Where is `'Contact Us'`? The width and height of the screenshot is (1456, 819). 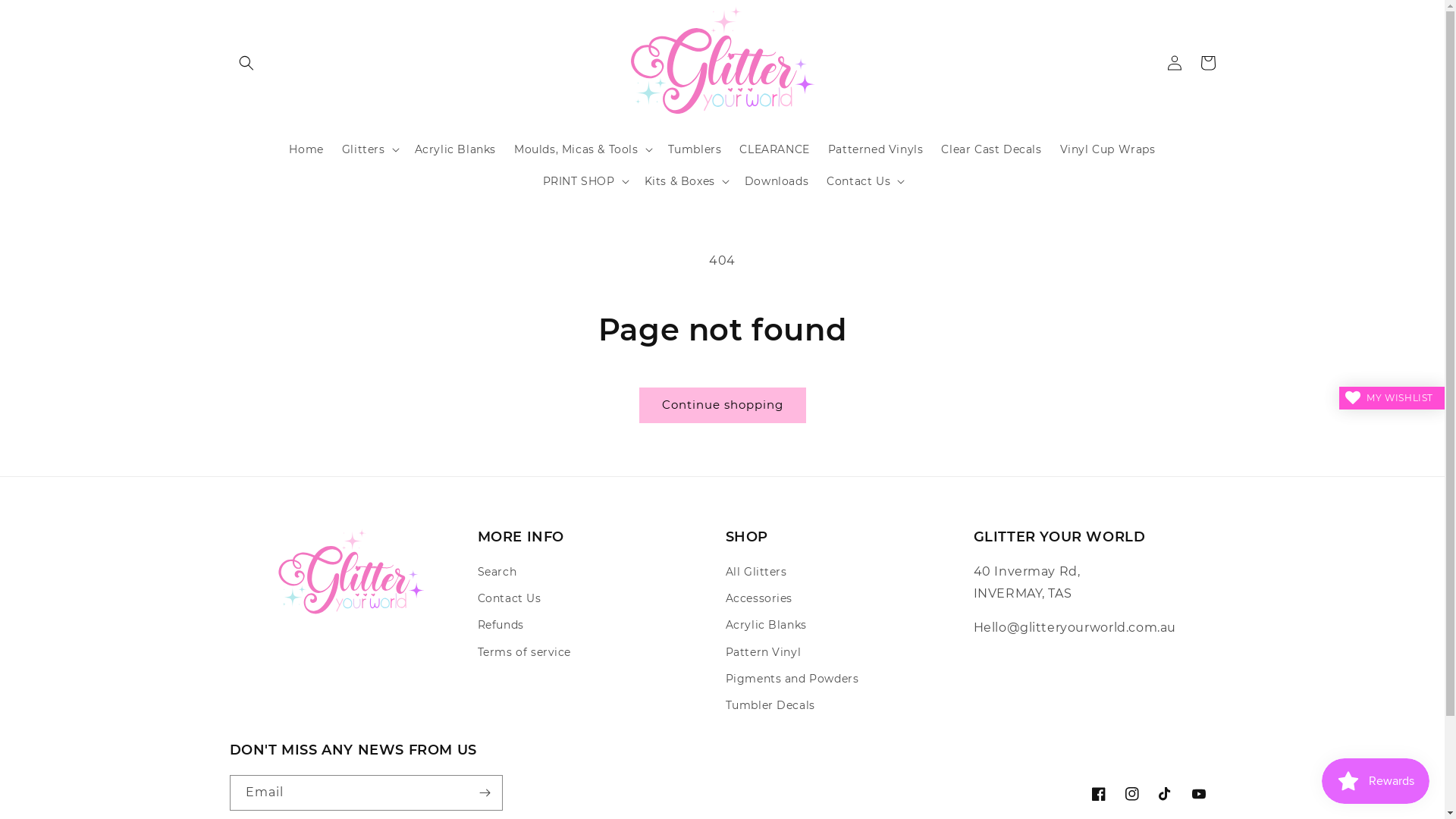
'Contact Us' is located at coordinates (510, 598).